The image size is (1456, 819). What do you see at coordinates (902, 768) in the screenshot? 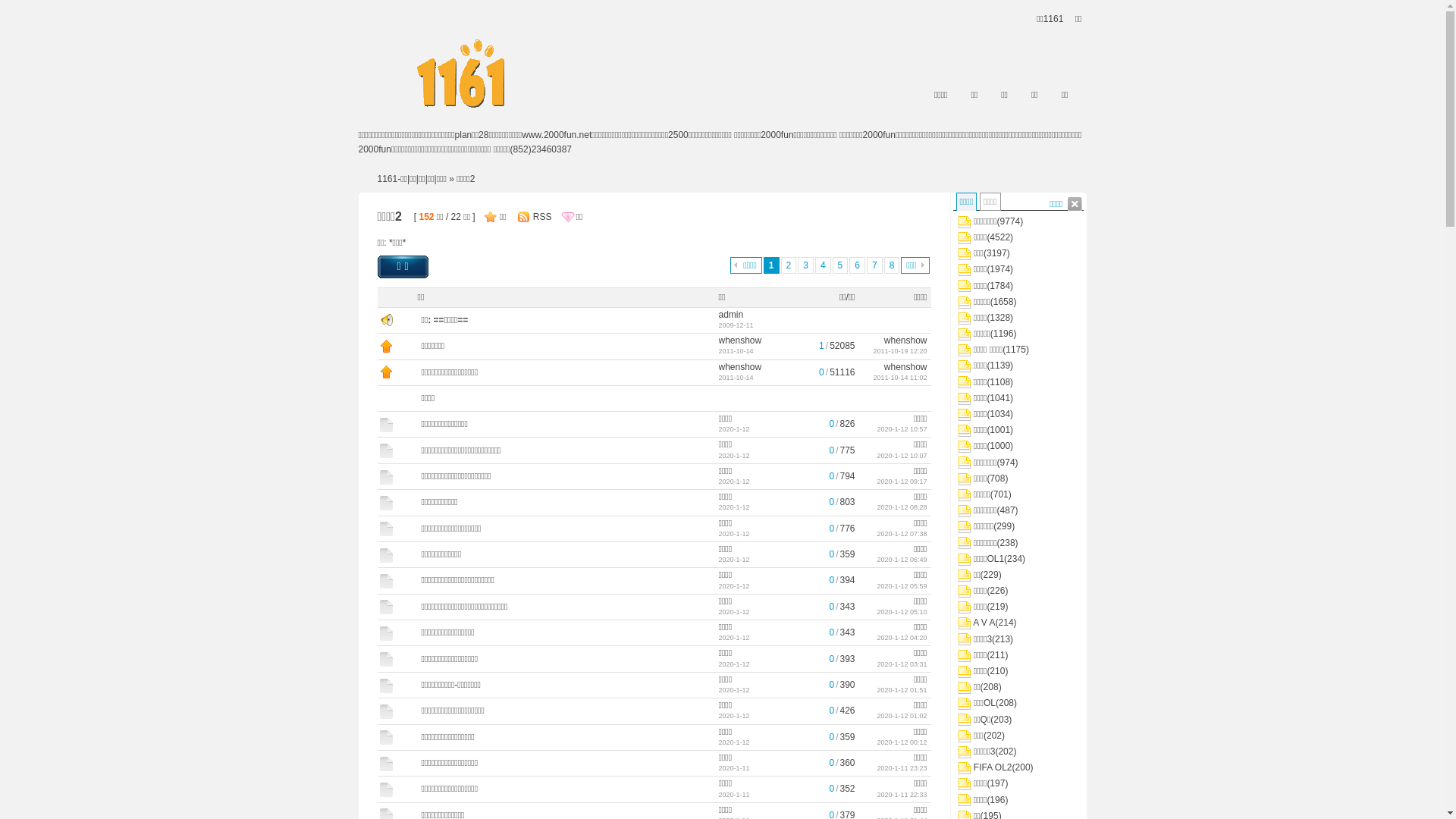
I see `'2020-1-11 23:23'` at bounding box center [902, 768].